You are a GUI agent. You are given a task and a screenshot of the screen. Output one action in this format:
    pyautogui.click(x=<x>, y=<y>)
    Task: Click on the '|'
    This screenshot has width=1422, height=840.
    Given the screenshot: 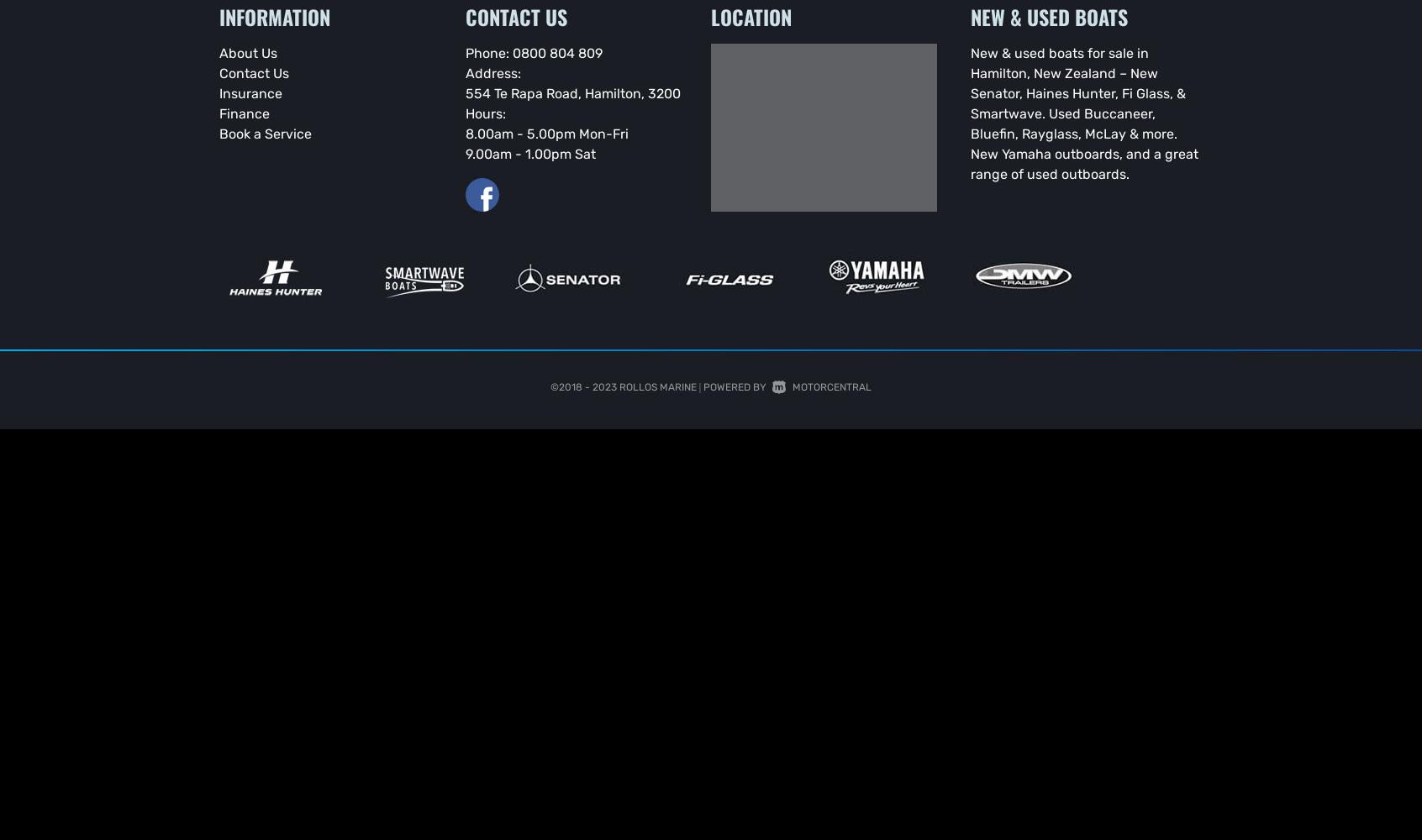 What is the action you would take?
    pyautogui.click(x=699, y=385)
    